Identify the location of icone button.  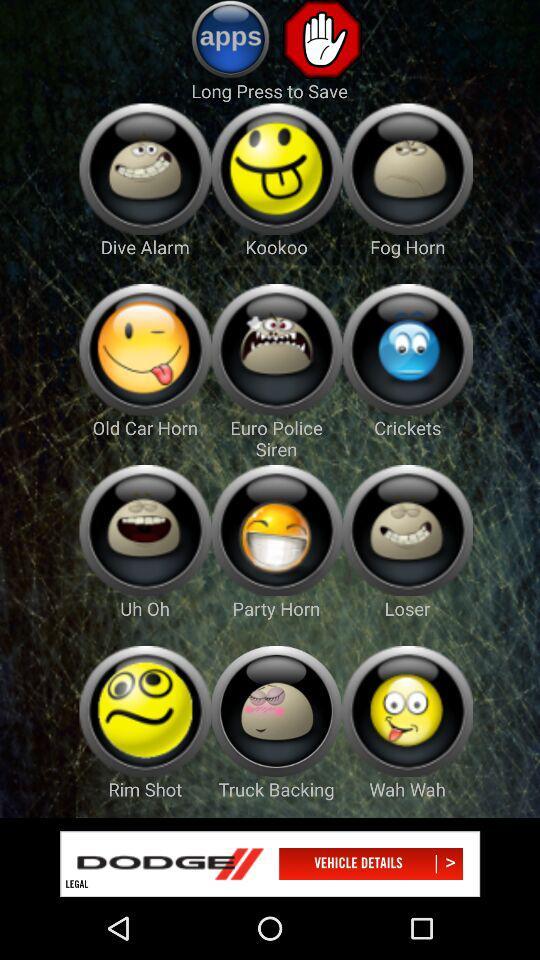
(406, 529).